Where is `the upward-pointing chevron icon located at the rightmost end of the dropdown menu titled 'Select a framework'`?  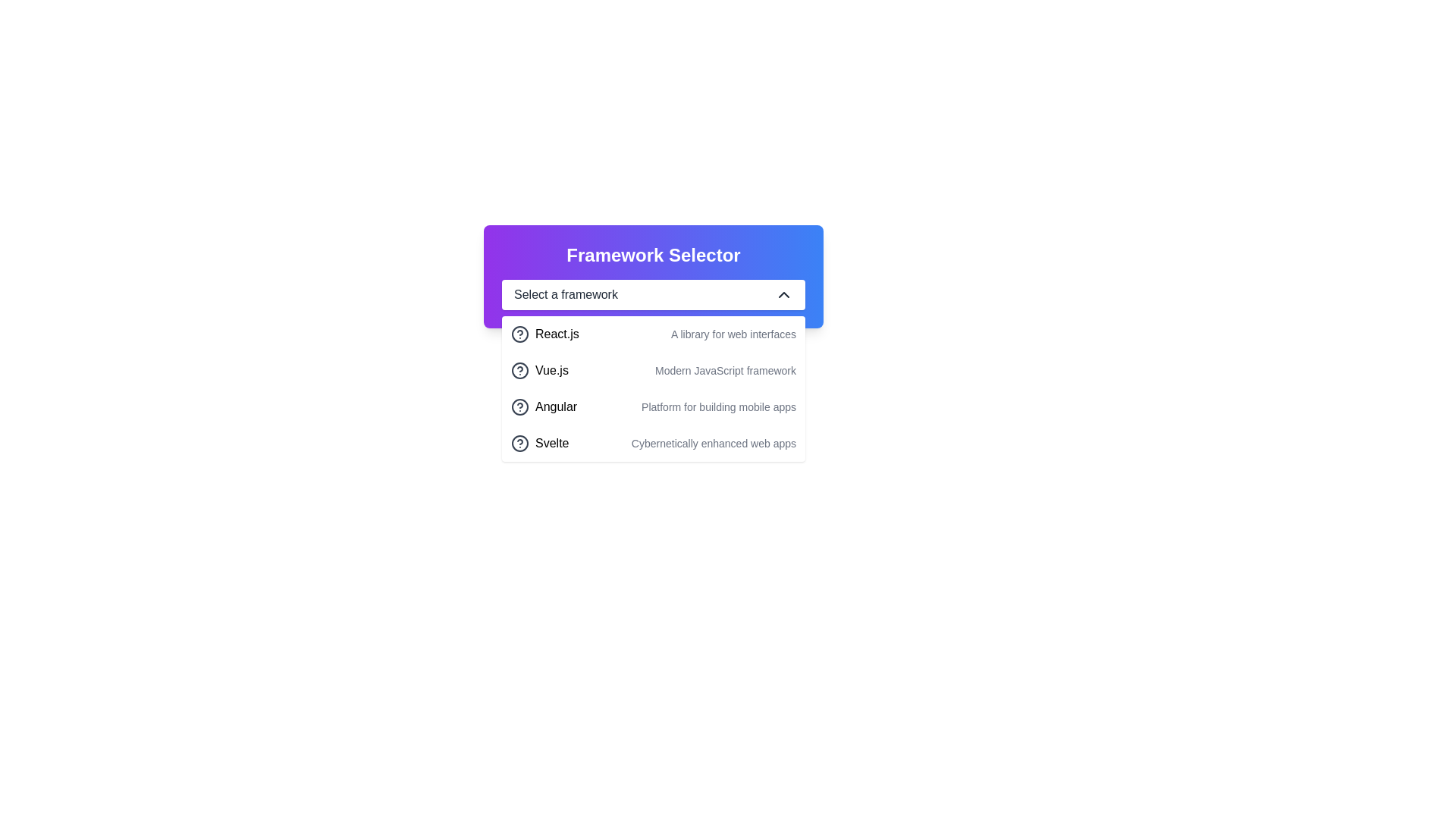
the upward-pointing chevron icon located at the rightmost end of the dropdown menu titled 'Select a framework' is located at coordinates (783, 295).